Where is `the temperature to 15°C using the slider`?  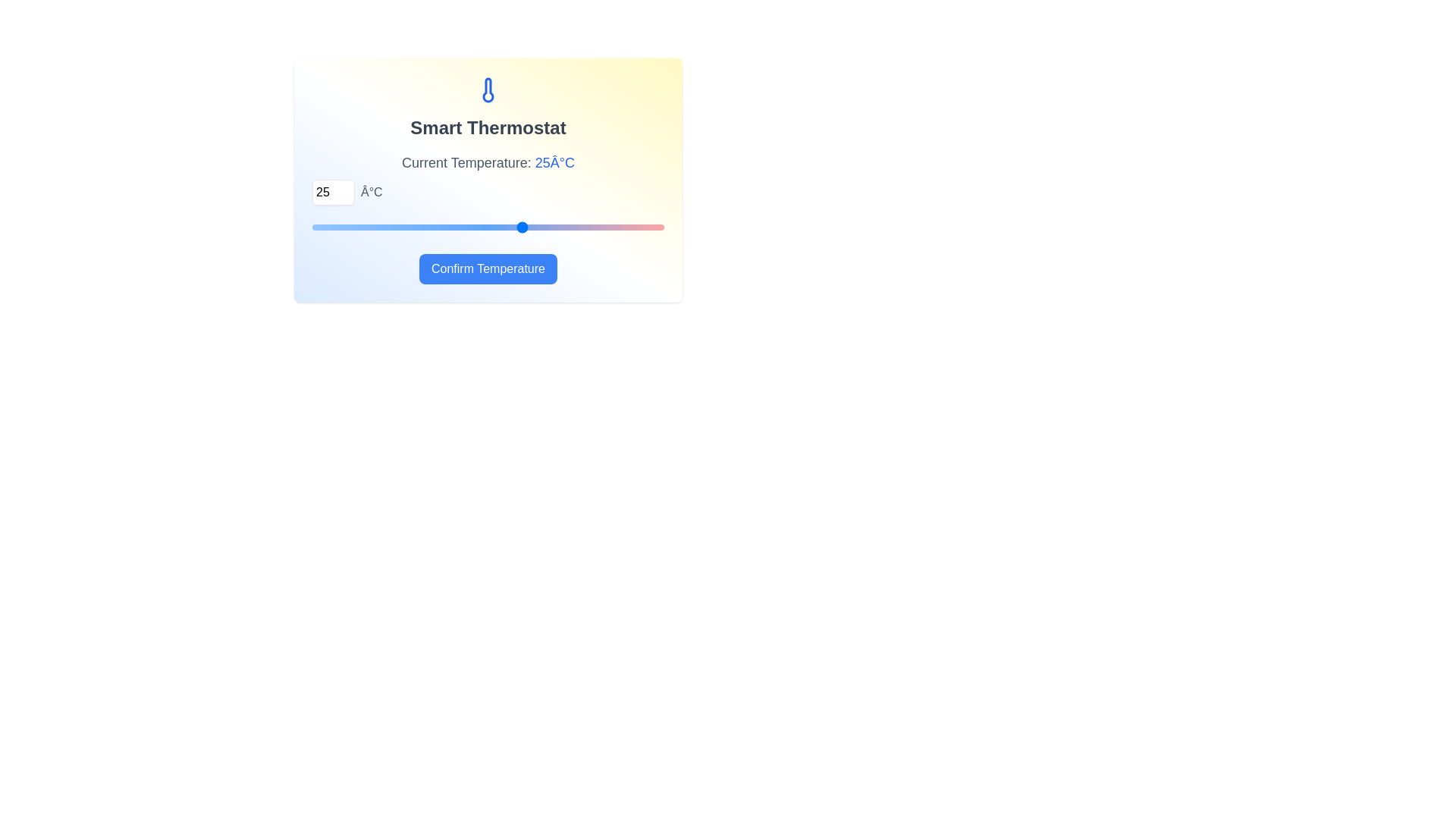 the temperature to 15°C using the slider is located at coordinates (382, 227).